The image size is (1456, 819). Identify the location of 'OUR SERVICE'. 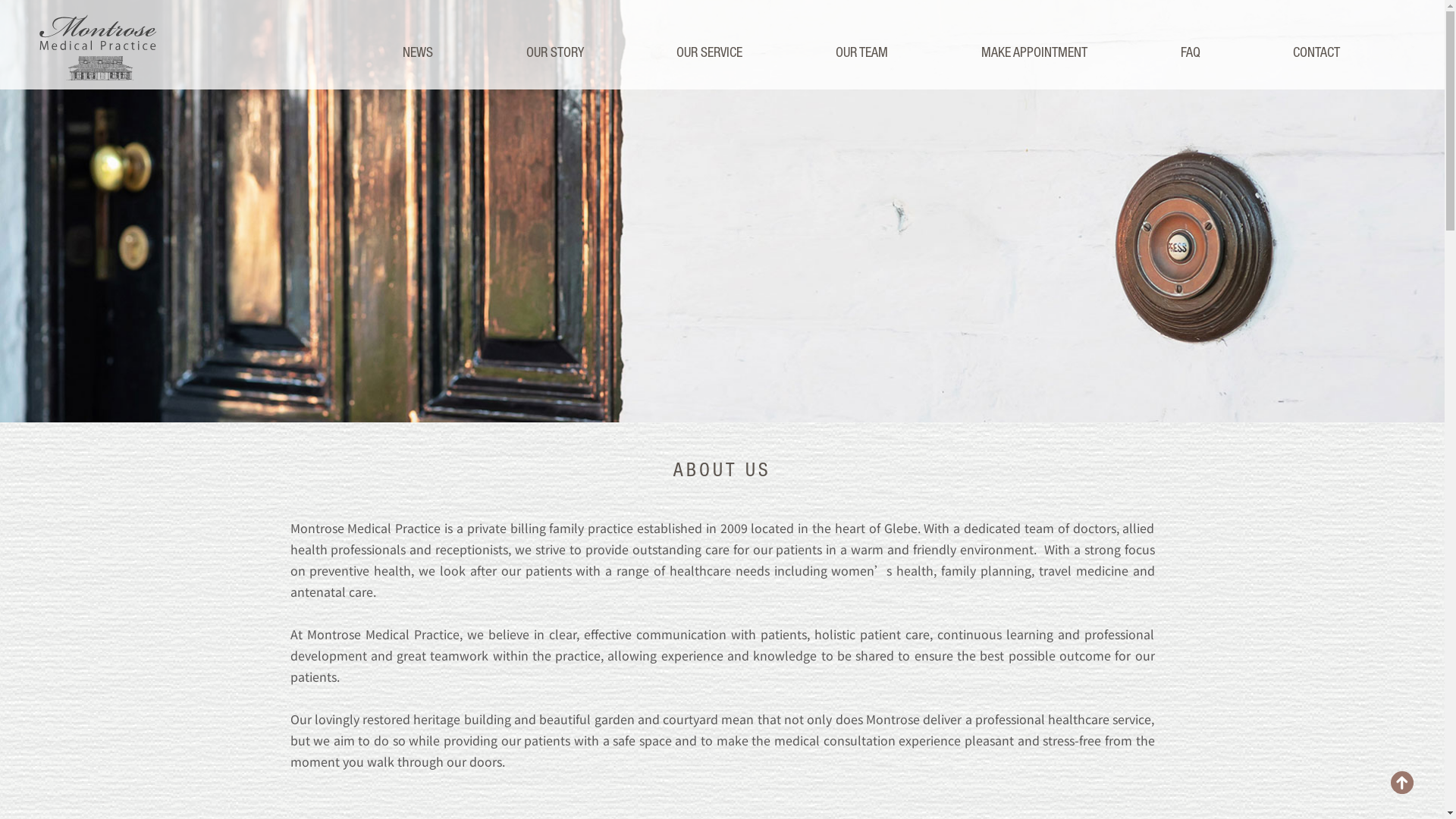
(708, 52).